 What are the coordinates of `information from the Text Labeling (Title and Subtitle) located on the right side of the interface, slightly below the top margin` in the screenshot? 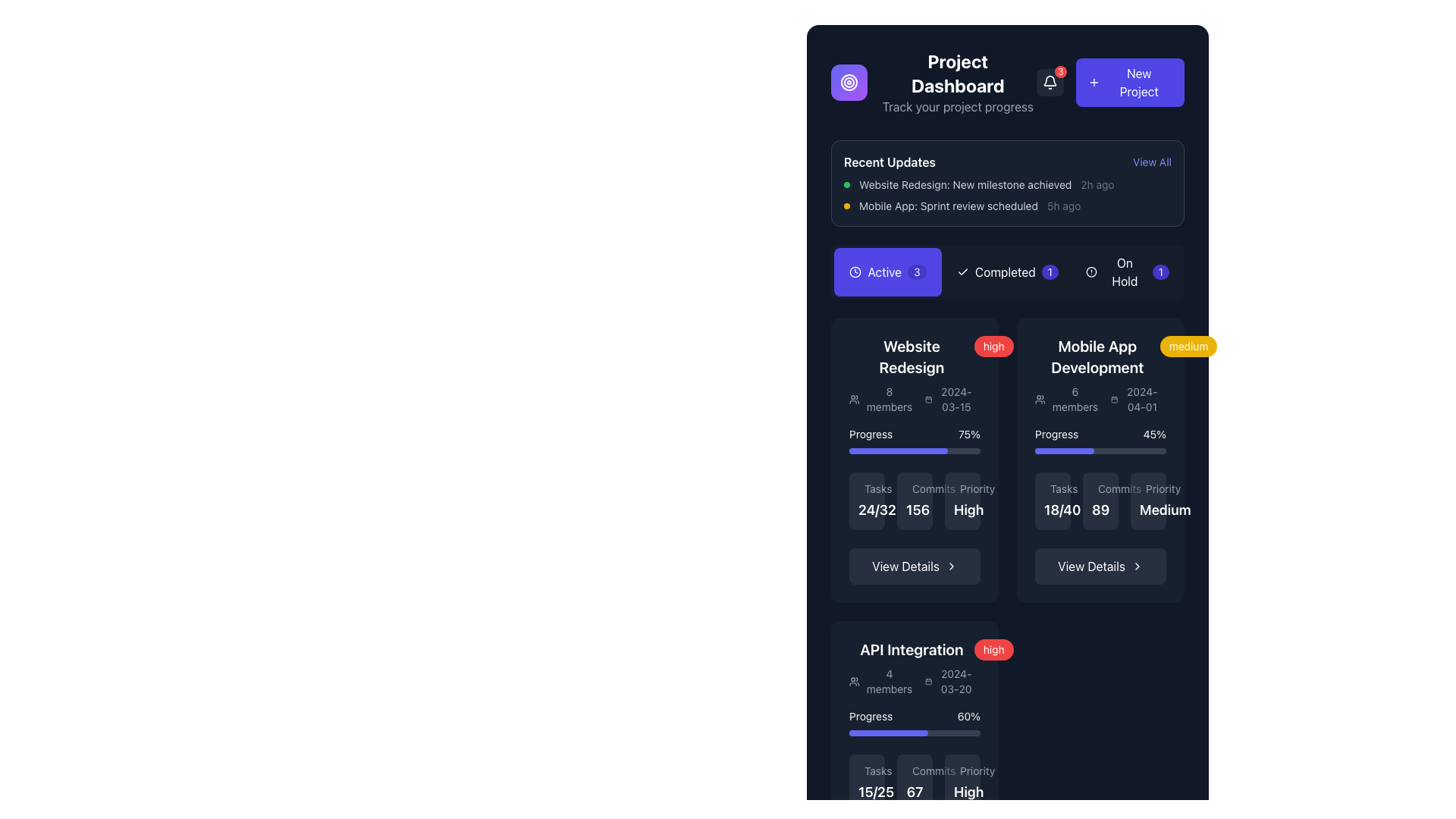 It's located at (957, 82).